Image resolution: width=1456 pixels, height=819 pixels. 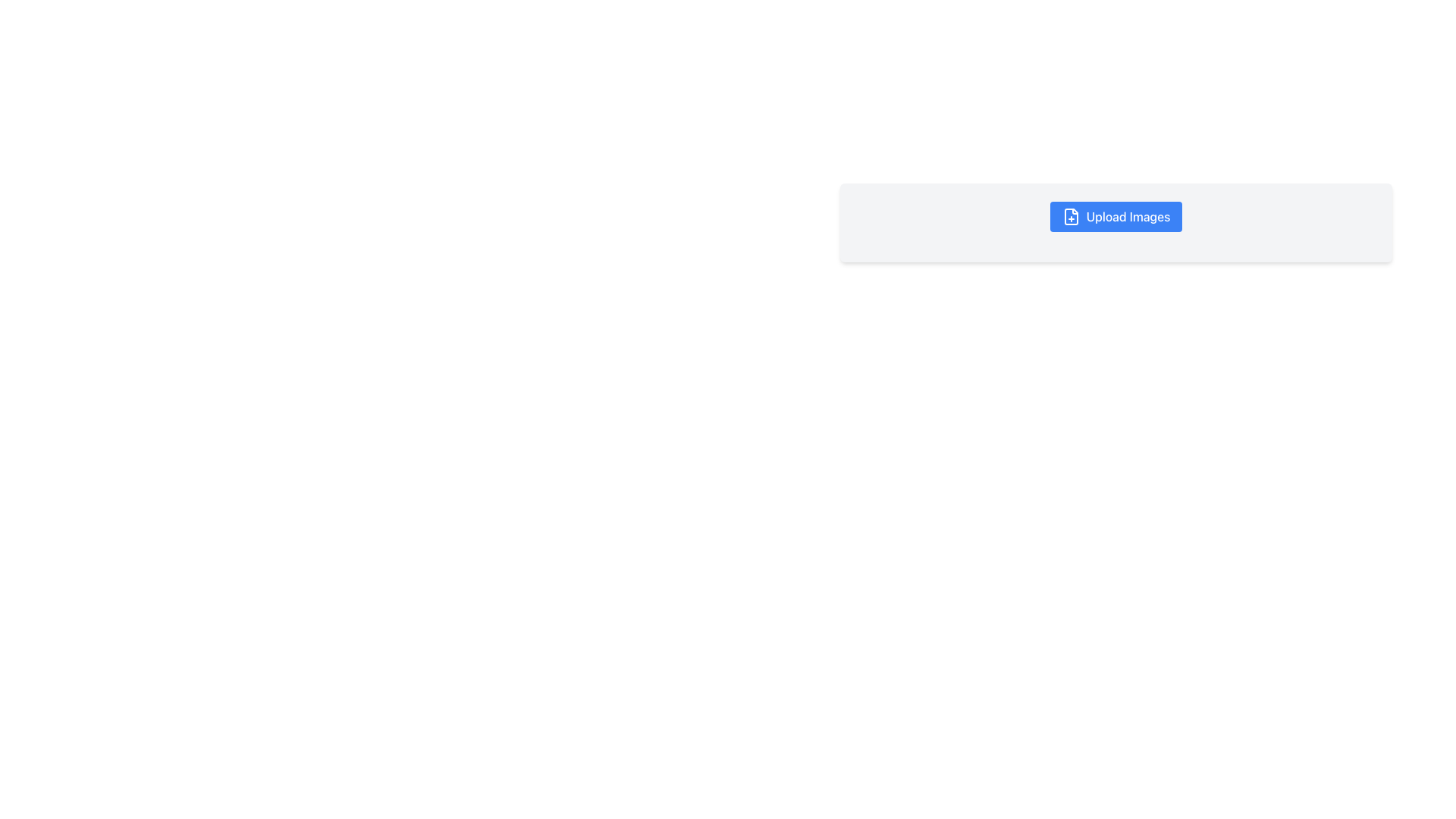 What do you see at coordinates (1070, 216) in the screenshot?
I see `the blue button labeled 'Upload Images' which contains a file icon with a plus sign on its left` at bounding box center [1070, 216].